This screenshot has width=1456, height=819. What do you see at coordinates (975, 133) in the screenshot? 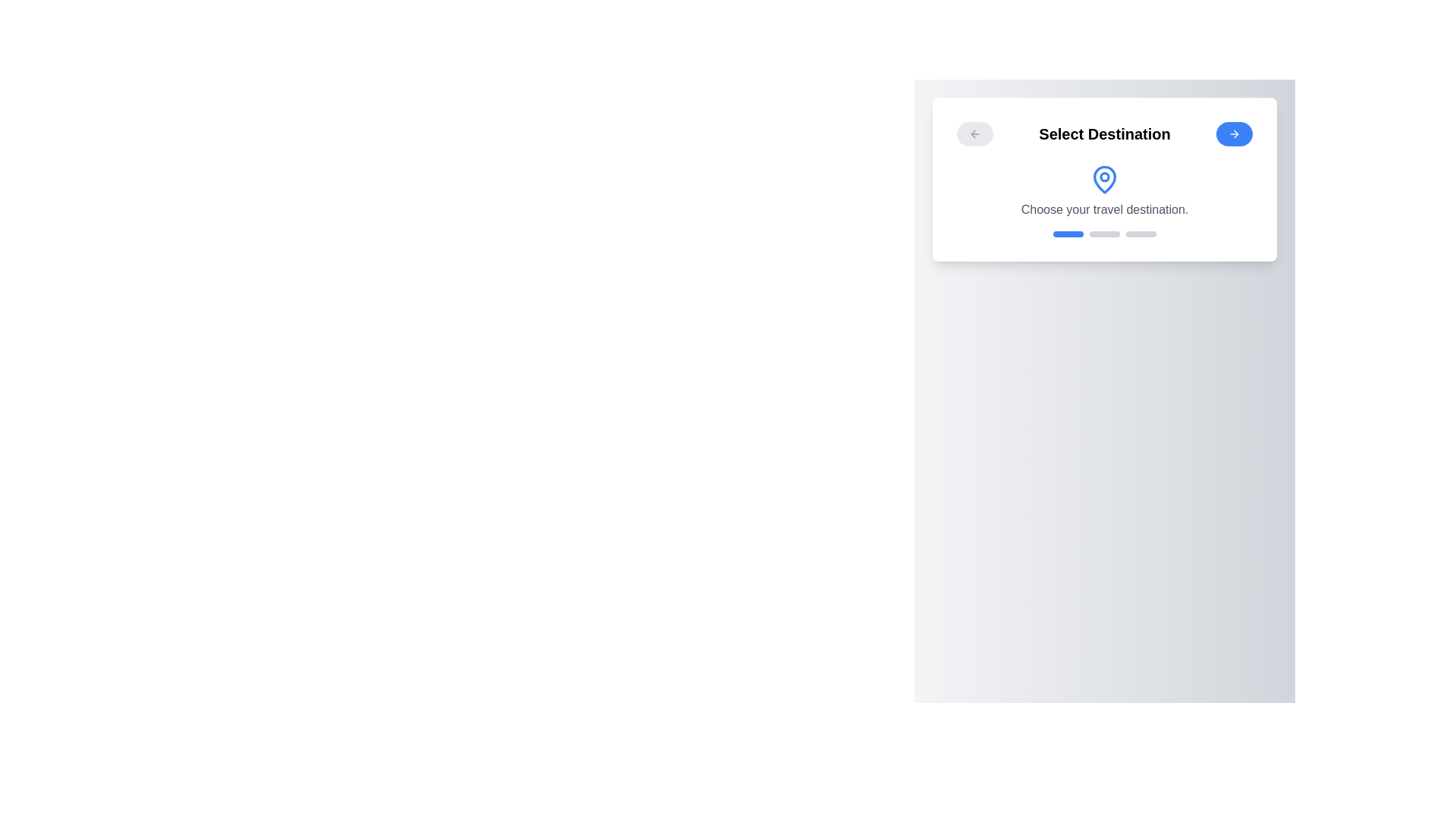
I see `the small gray circular button with a left-pointing arrow located near the title 'Select Destination'` at bounding box center [975, 133].